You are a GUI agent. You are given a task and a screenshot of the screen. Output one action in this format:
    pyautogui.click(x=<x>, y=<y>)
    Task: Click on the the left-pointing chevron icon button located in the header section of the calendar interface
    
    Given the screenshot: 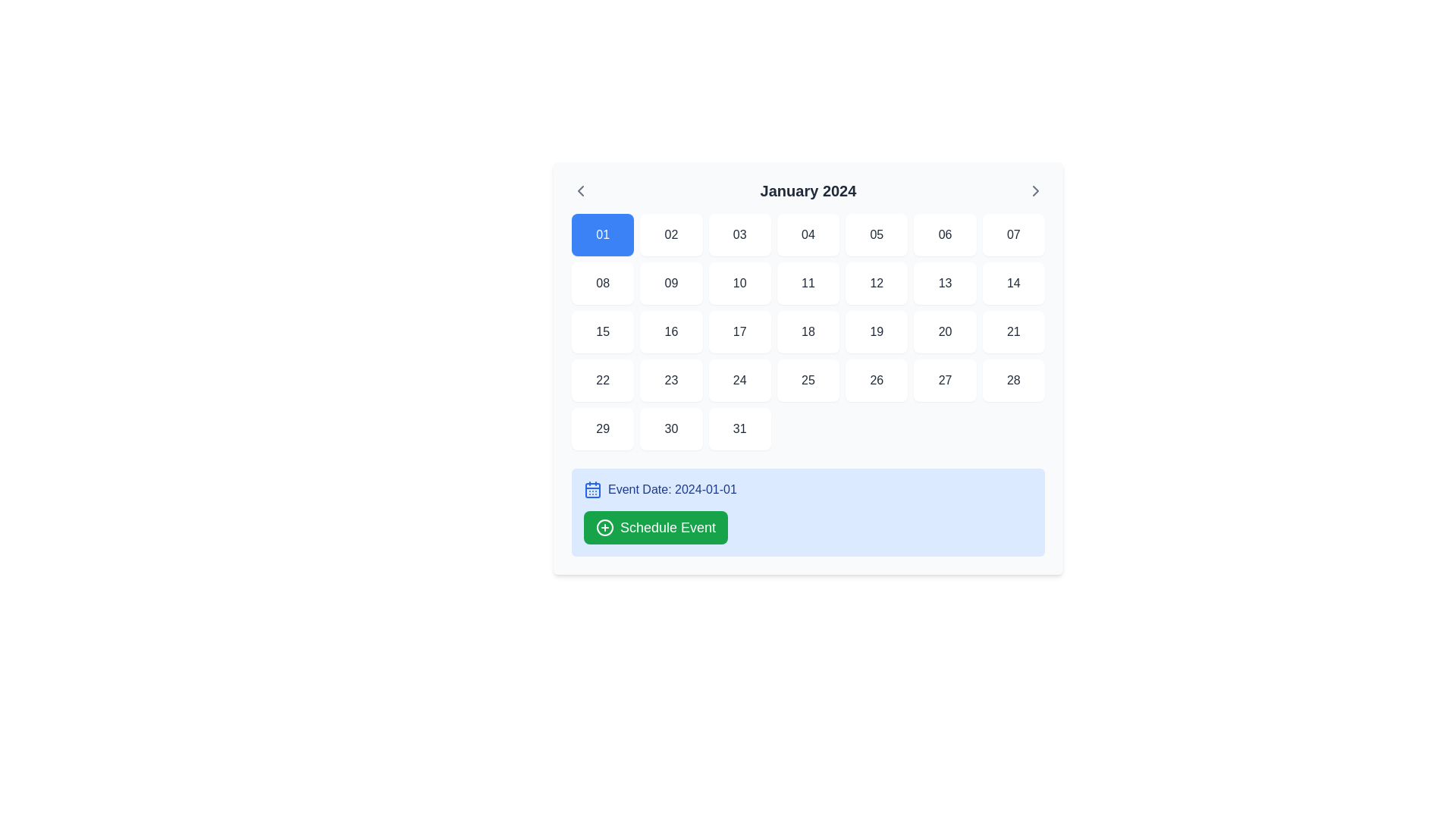 What is the action you would take?
    pyautogui.click(x=580, y=190)
    